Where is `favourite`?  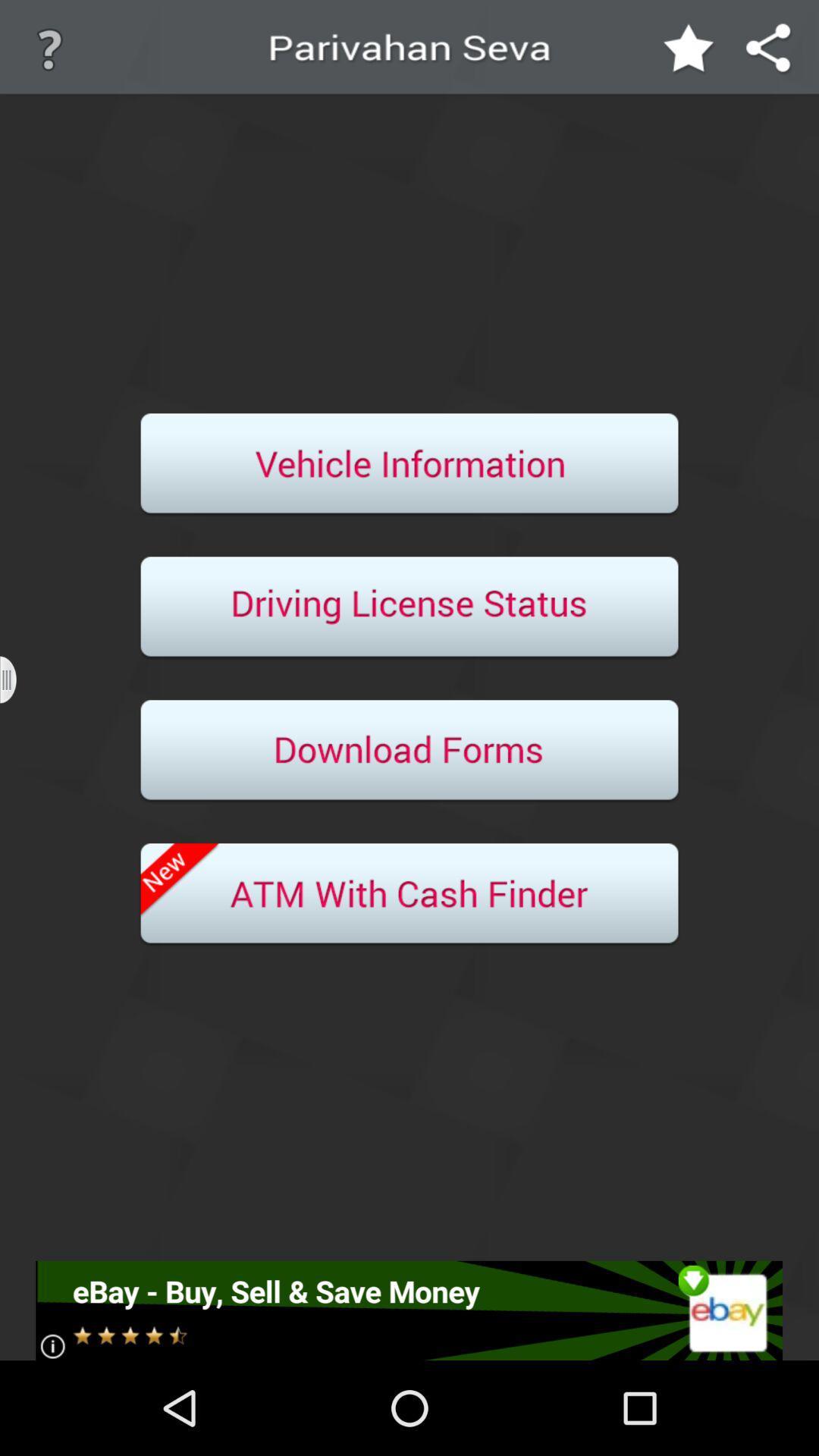
favourite is located at coordinates (689, 49).